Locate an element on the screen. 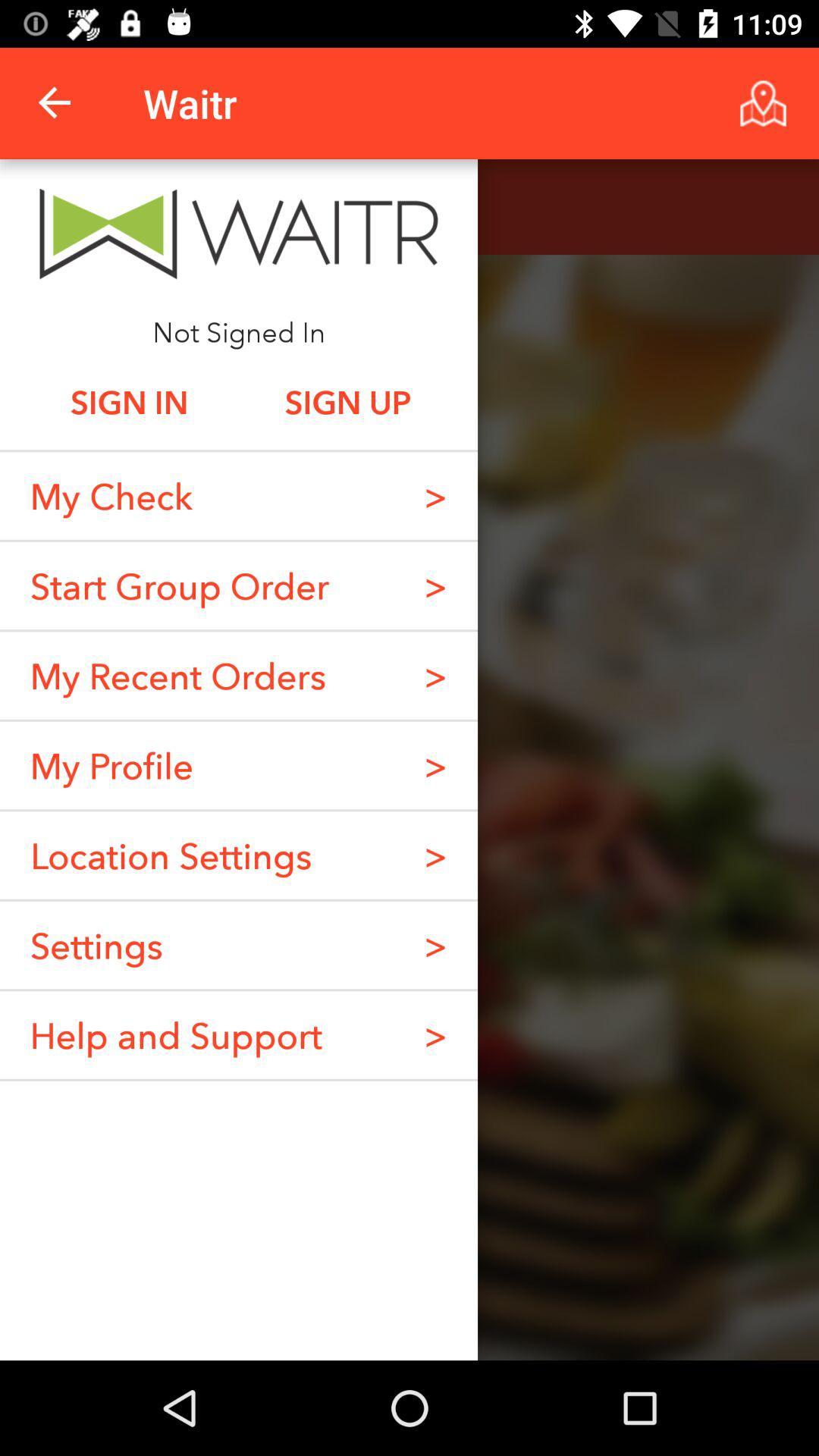 The image size is (819, 1456). the item next to the help and support is located at coordinates (435, 944).